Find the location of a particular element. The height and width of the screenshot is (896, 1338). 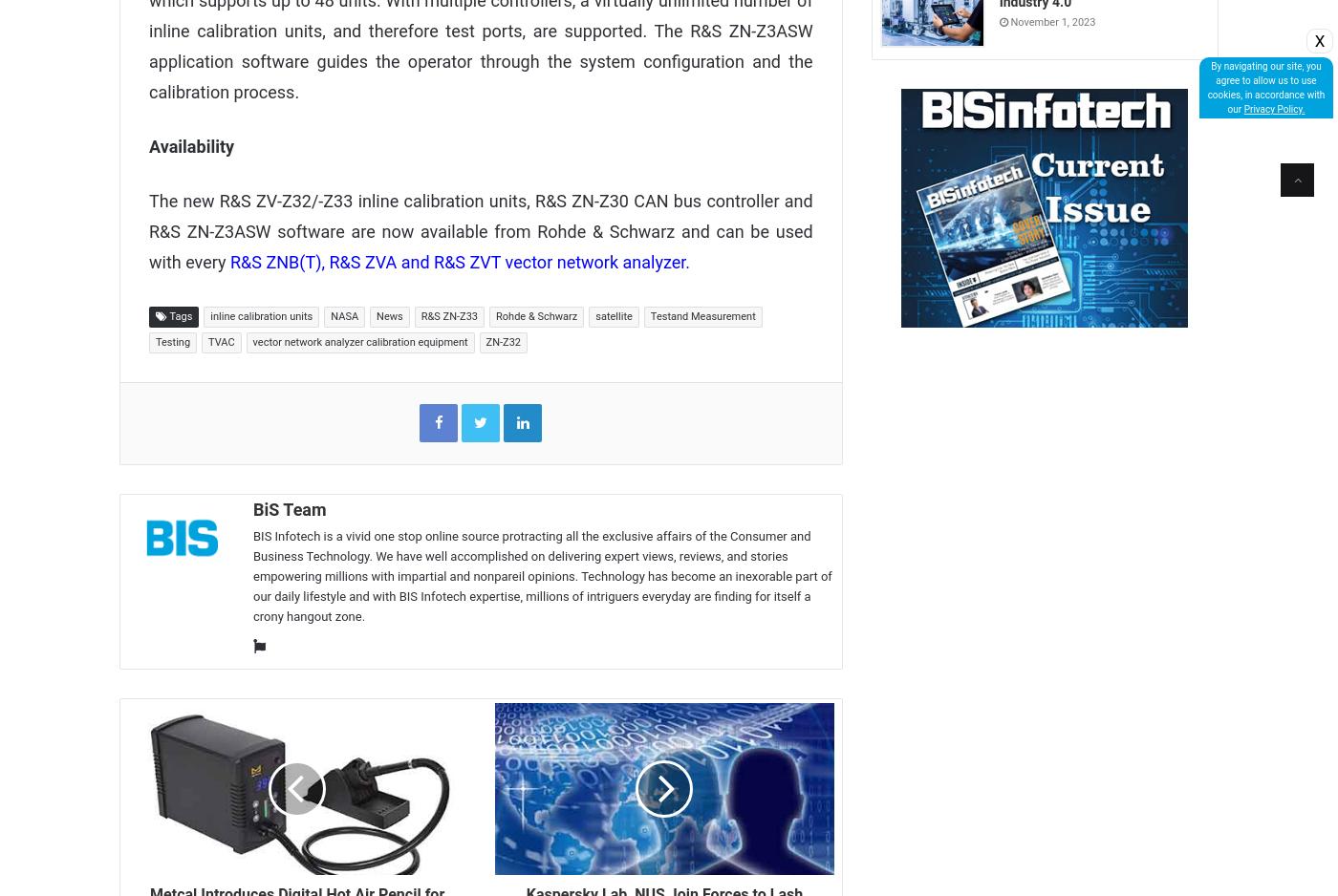

'BIS Infotech is a vivid one stop online source protracting all the exclusive affairs of the Consumer and Business Technology. We have well accomplished on delivering expert views, reviews, and stories empowering millions with impartial and nonpareil opinions. Technology has become an inexorable part of our daily lifestyle and with BIS Infotech expertise, millions of intriguers everyday are finding for itself a crony hangout zone.' is located at coordinates (542, 574).